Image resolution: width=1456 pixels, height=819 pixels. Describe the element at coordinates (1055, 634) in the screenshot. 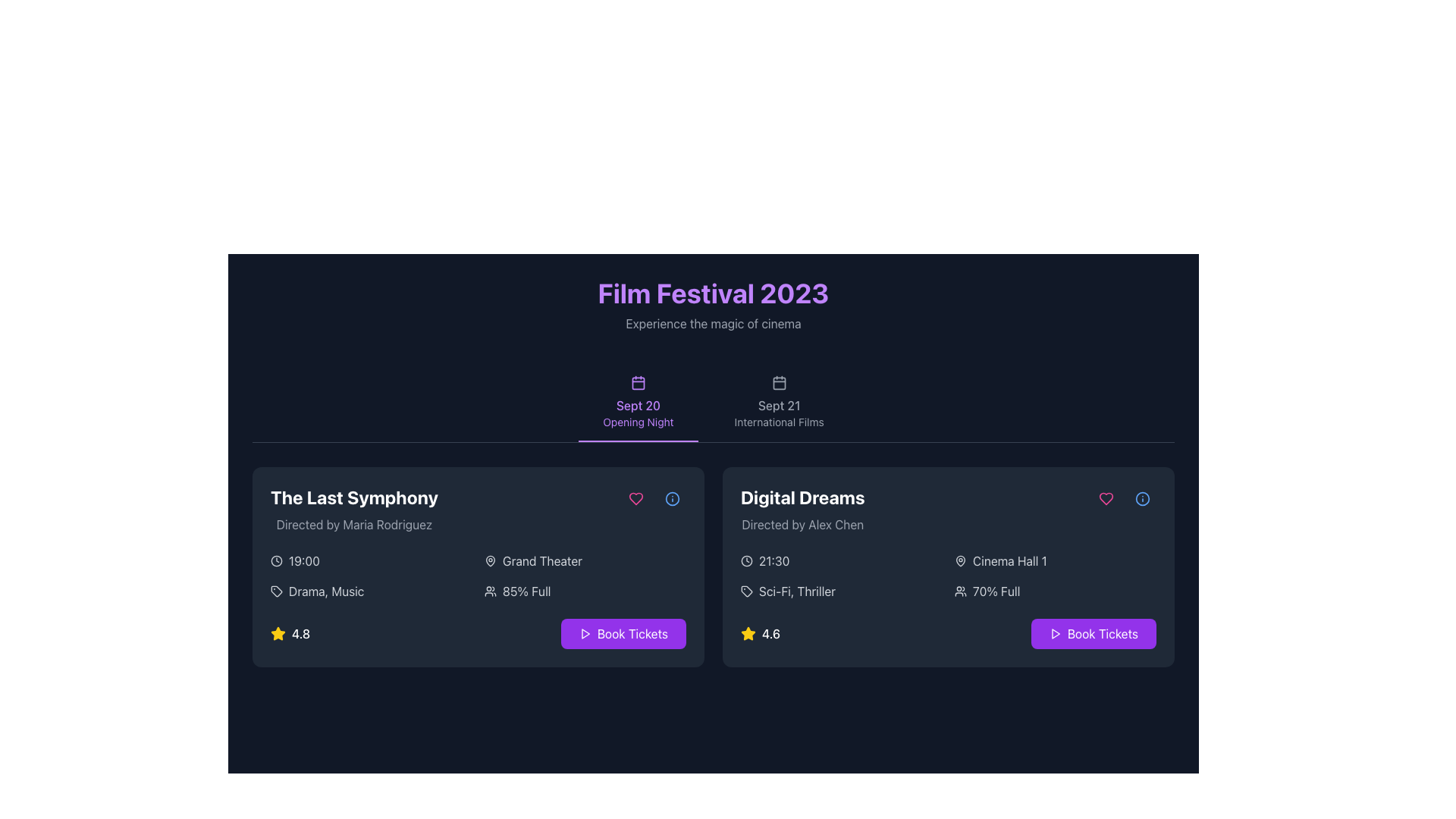

I see `the right-facing triangular play icon located in the bottom-right card titled 'Digital Dreams' within the 'Book Tickets' button` at that location.